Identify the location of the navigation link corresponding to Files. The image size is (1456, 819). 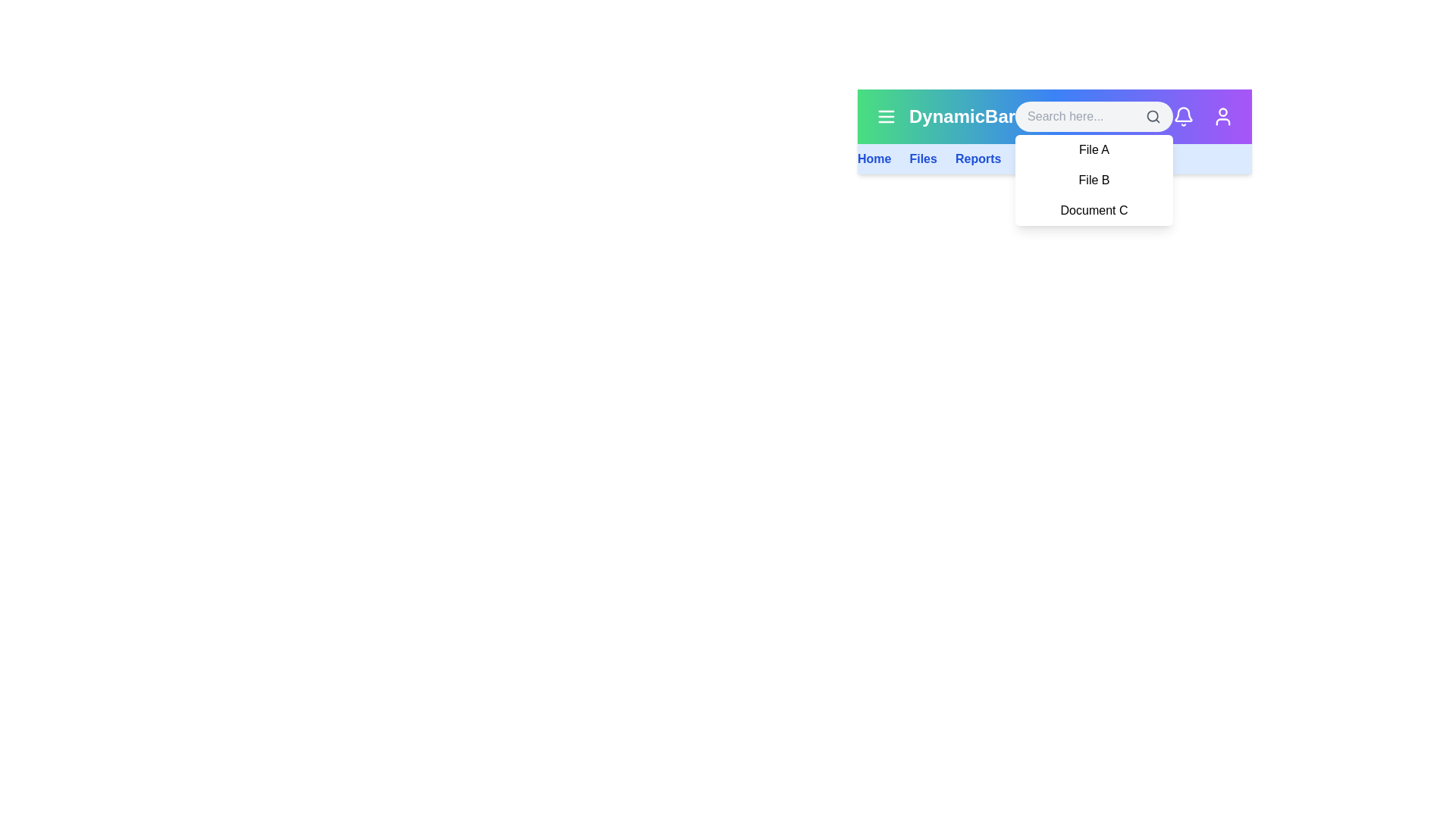
(922, 158).